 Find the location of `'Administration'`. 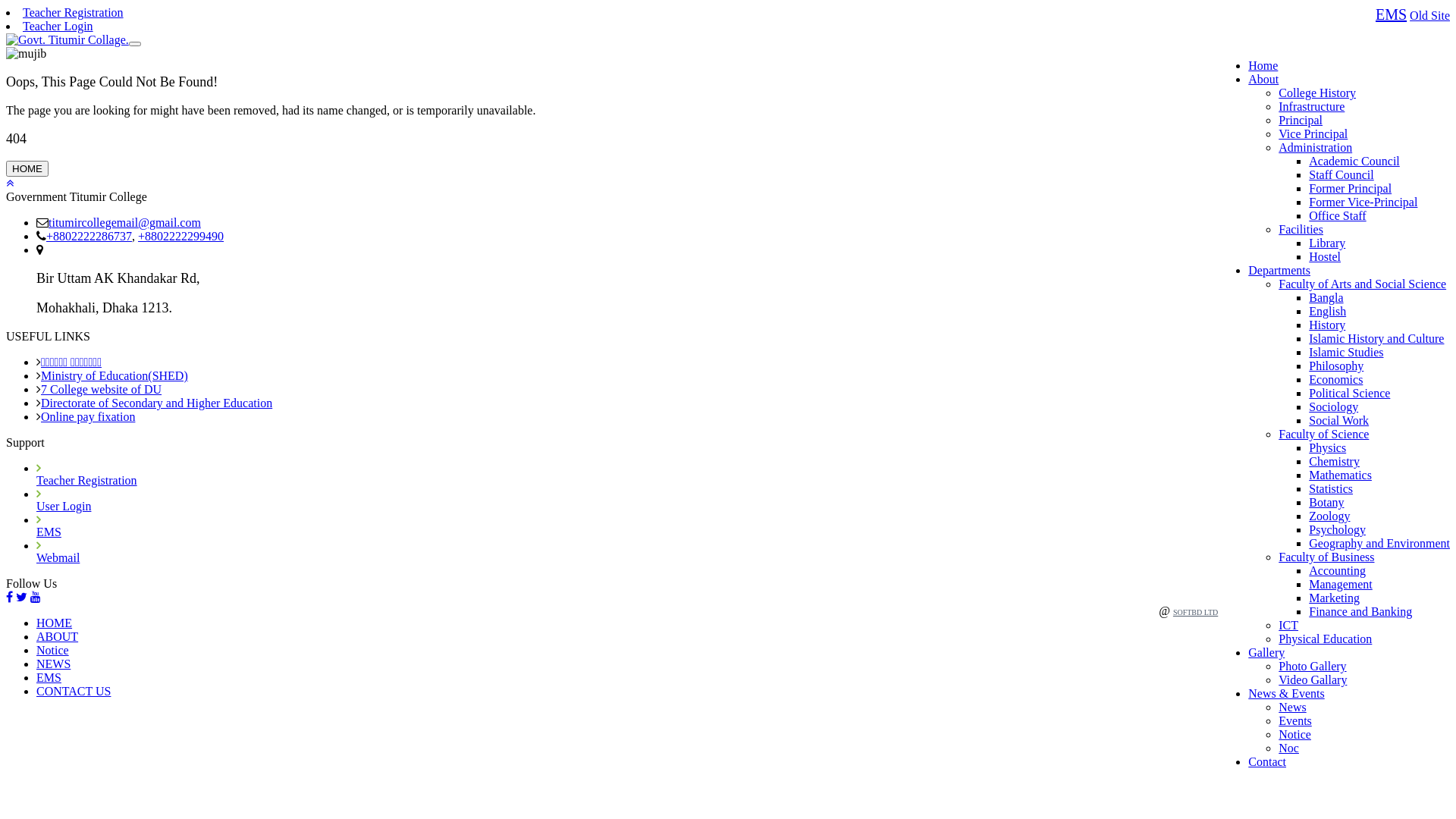

'Administration' is located at coordinates (1277, 147).